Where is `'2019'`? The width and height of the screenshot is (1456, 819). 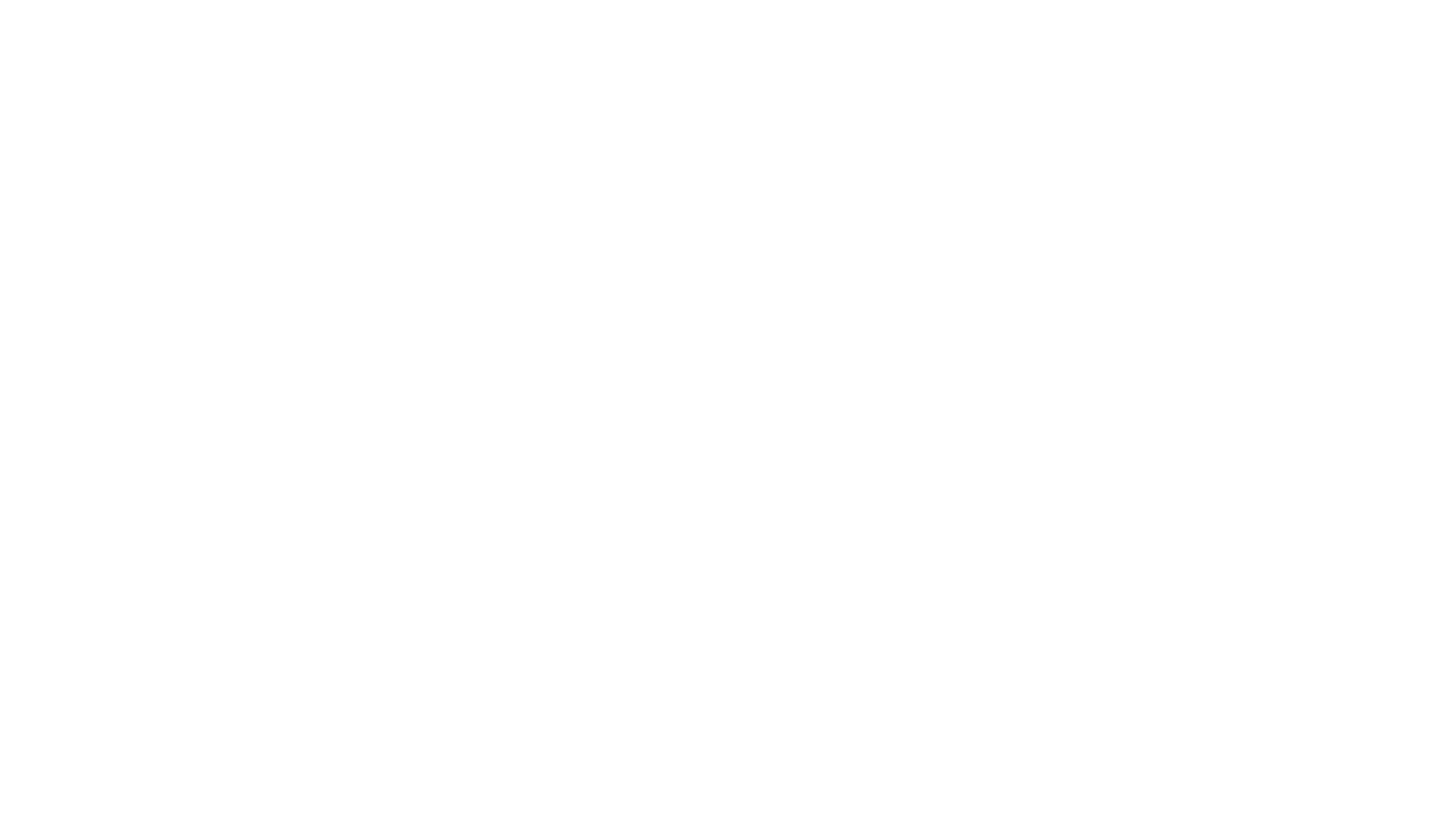 '2019' is located at coordinates (665, 80).